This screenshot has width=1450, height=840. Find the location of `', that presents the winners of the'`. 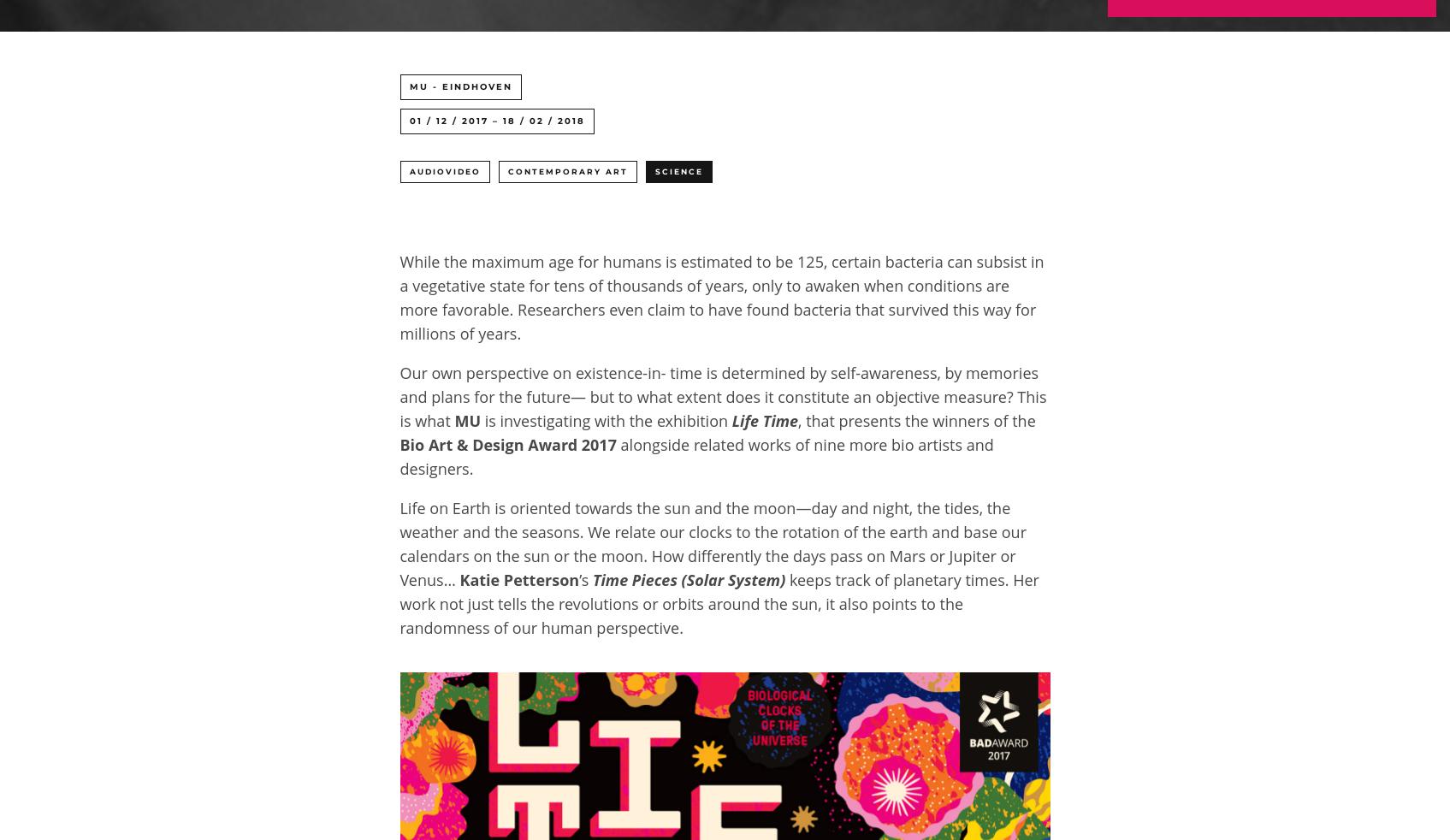

', that presents the winners of the' is located at coordinates (797, 420).